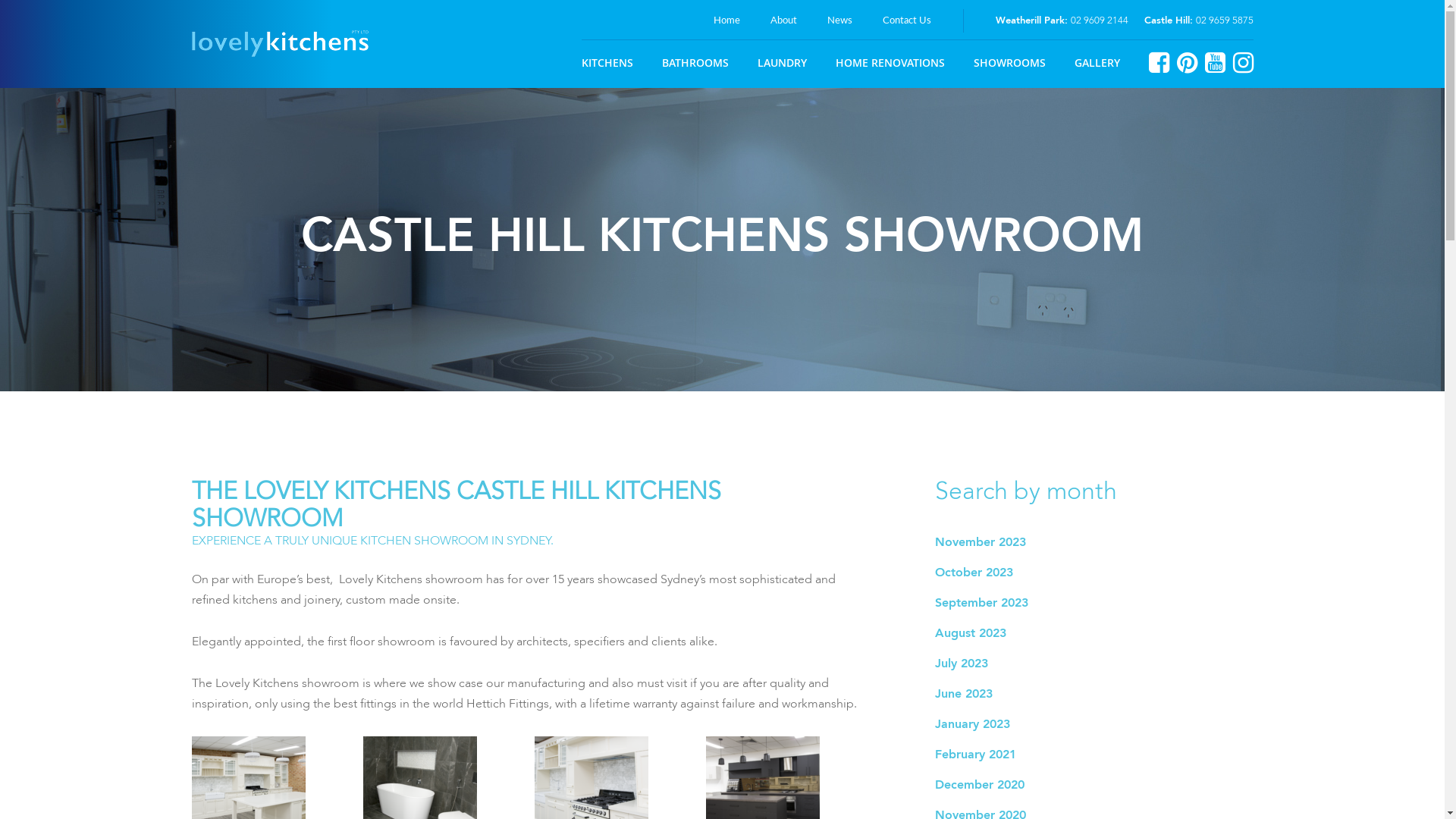  What do you see at coordinates (1223, 20) in the screenshot?
I see `'02 9659 5875'` at bounding box center [1223, 20].